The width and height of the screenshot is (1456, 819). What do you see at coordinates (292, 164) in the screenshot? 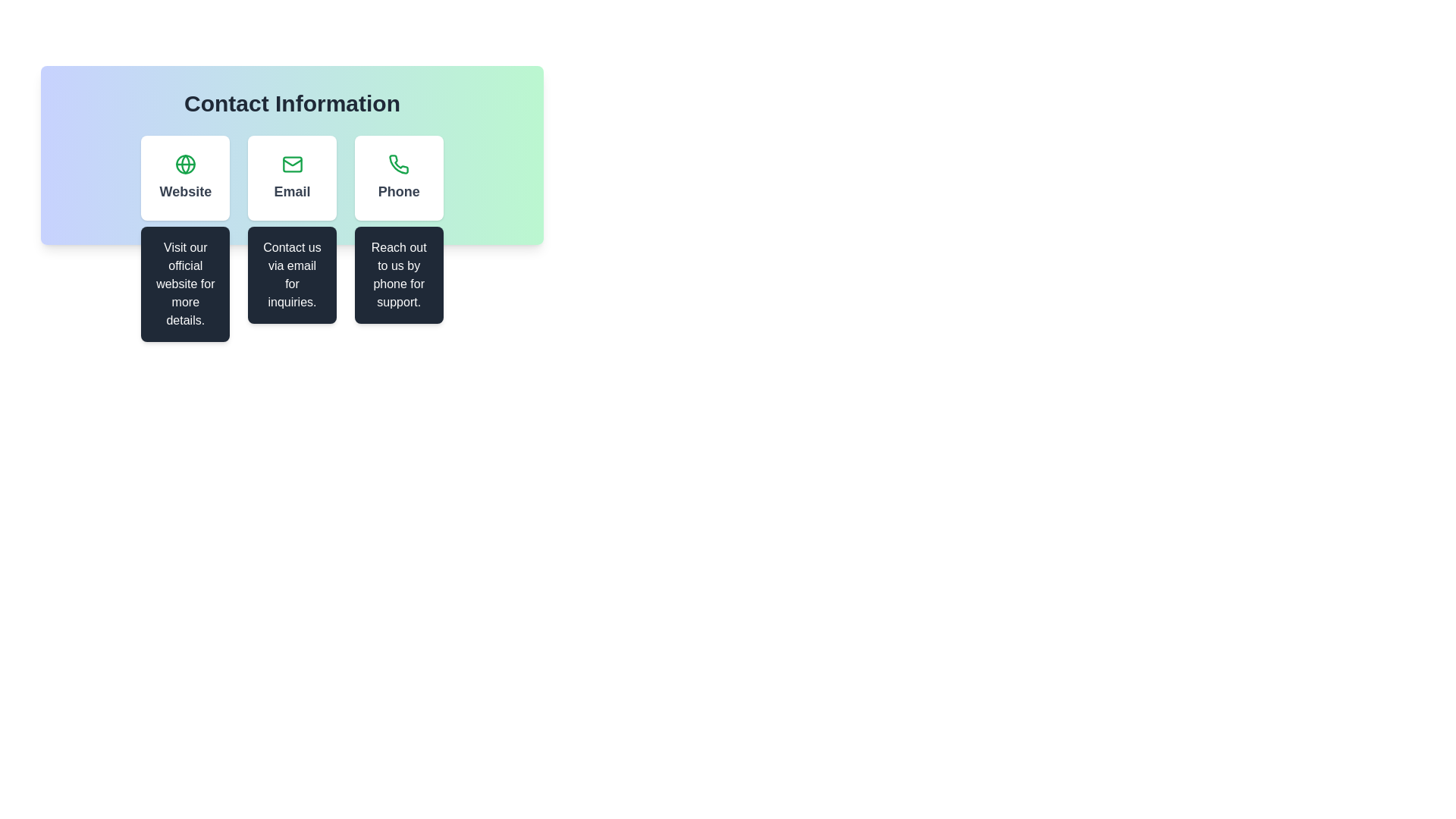
I see `the green envelope icon located in the center of the 'Email' contact block, which is under the 'Contact Information' header` at bounding box center [292, 164].